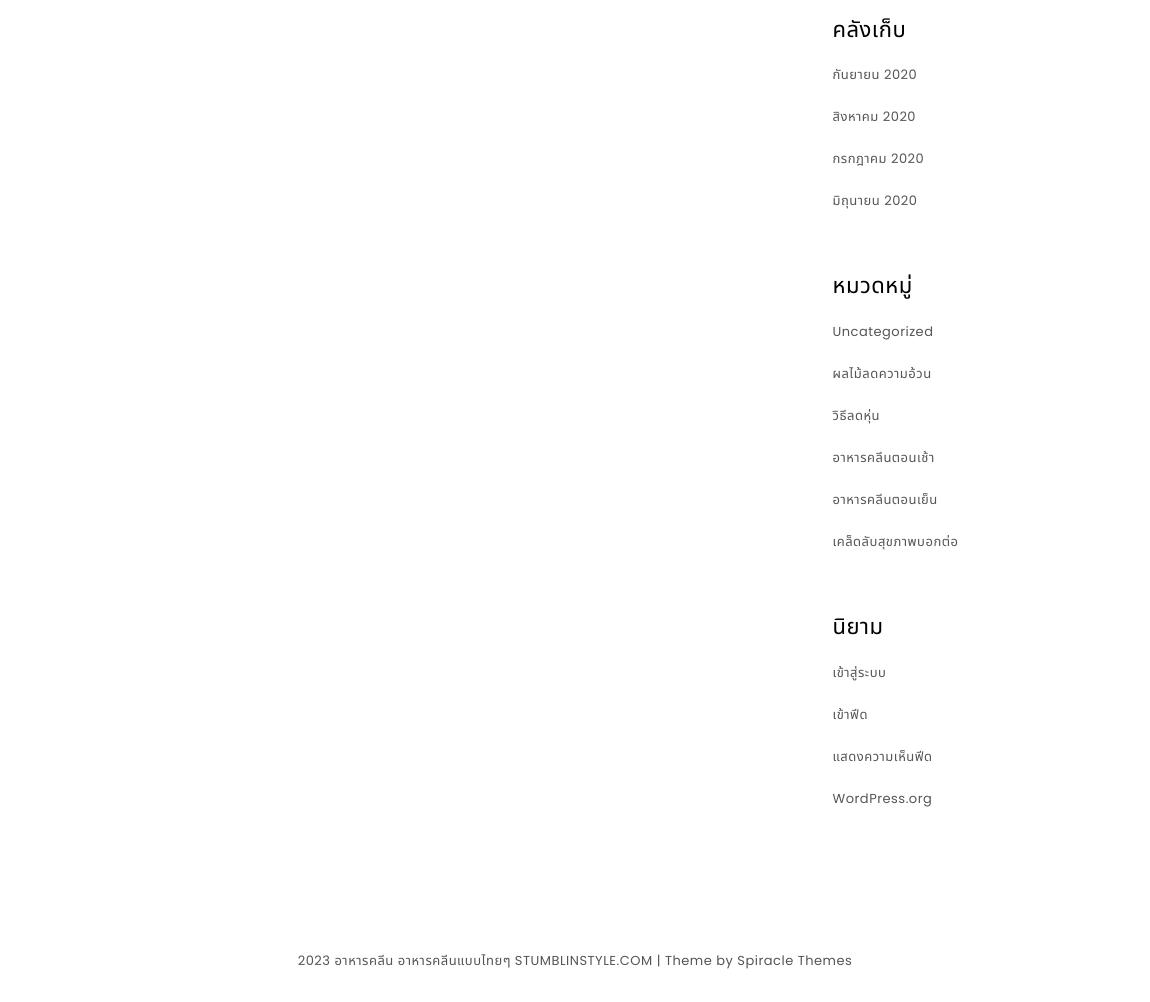 The image size is (1150, 1002). I want to click on 'อาหารคลีน อาหารคลีนแบบไทยๆ STUMBLINSTYLE.COM', so click(493, 958).